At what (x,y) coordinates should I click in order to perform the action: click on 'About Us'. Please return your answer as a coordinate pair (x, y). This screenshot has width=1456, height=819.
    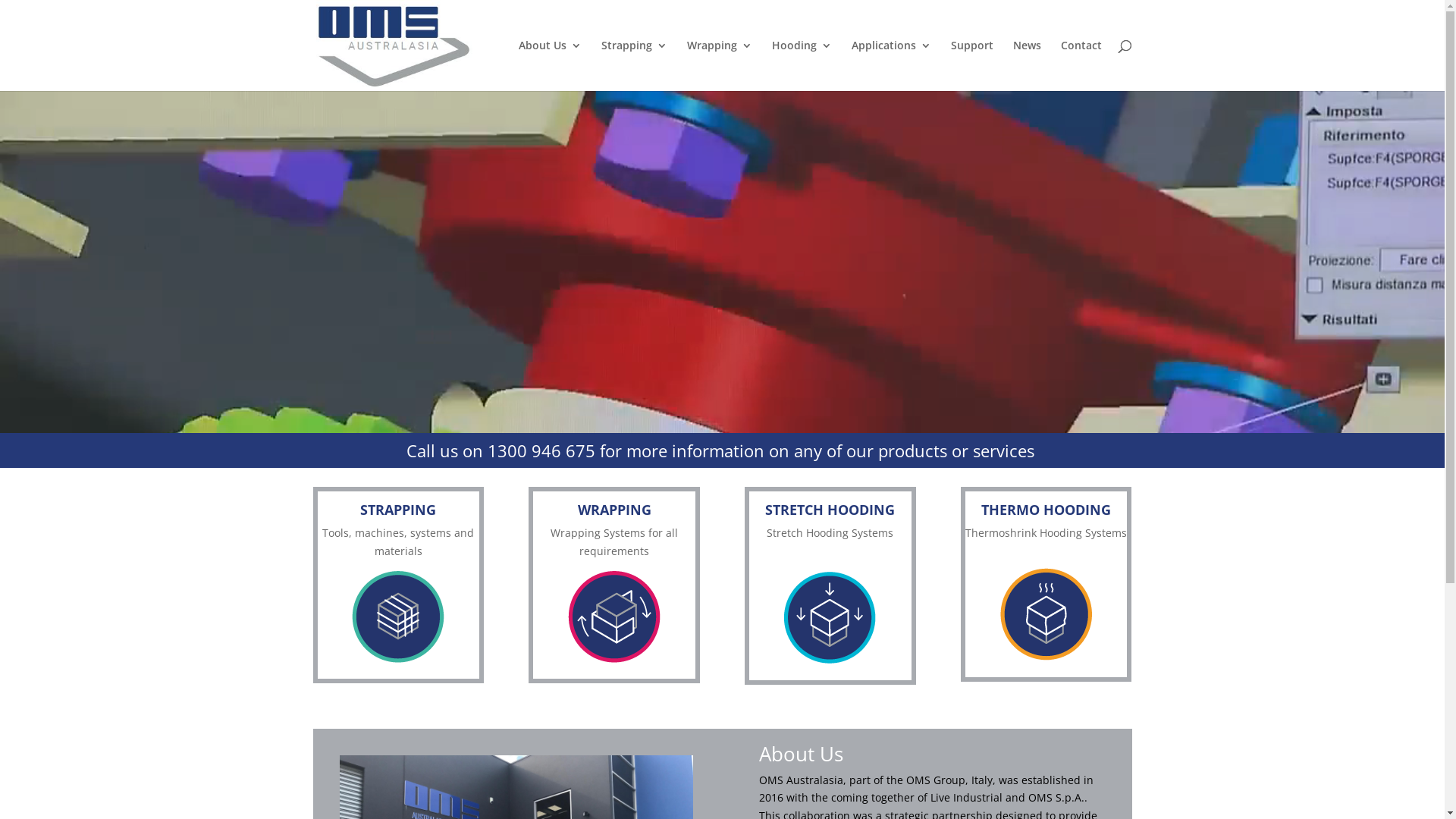
    Looking at the image, I should click on (519, 64).